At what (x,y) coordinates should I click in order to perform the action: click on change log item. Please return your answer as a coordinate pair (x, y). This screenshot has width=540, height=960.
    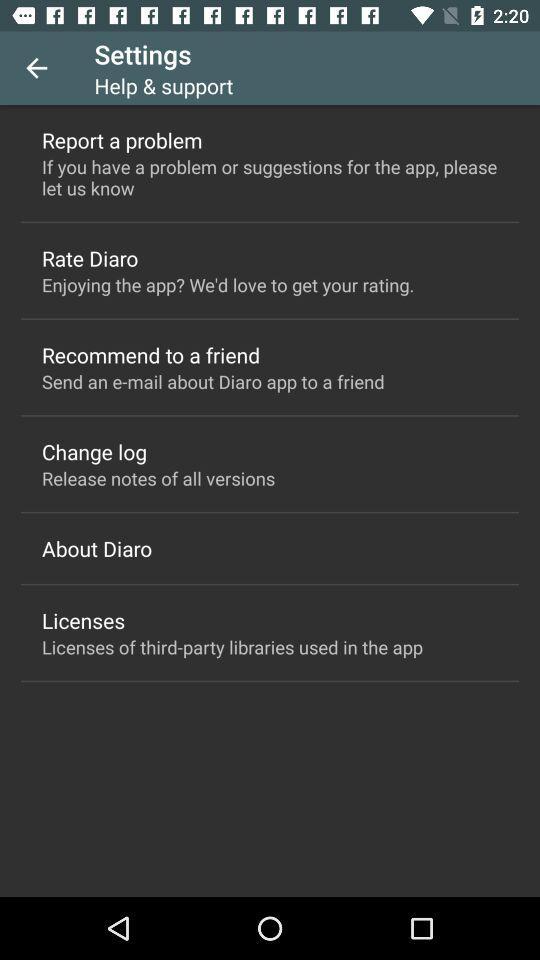
    Looking at the image, I should click on (93, 451).